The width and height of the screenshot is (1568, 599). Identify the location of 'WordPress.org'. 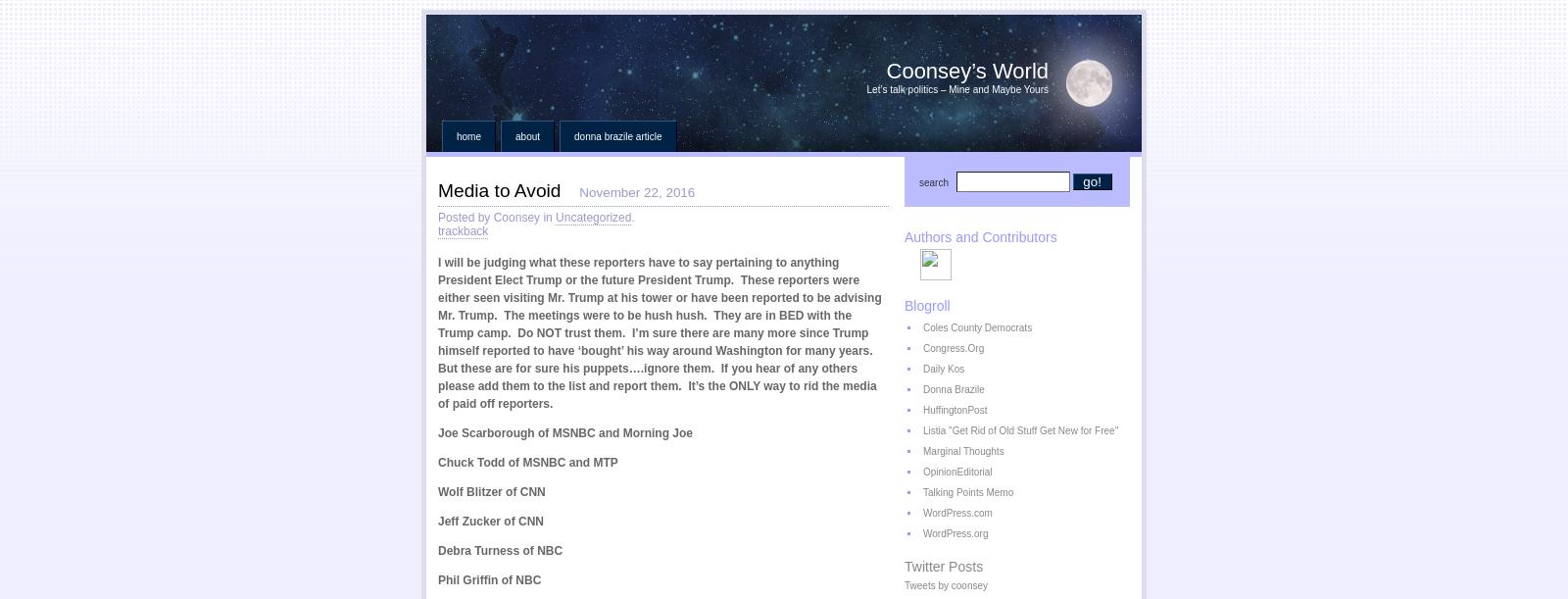
(955, 533).